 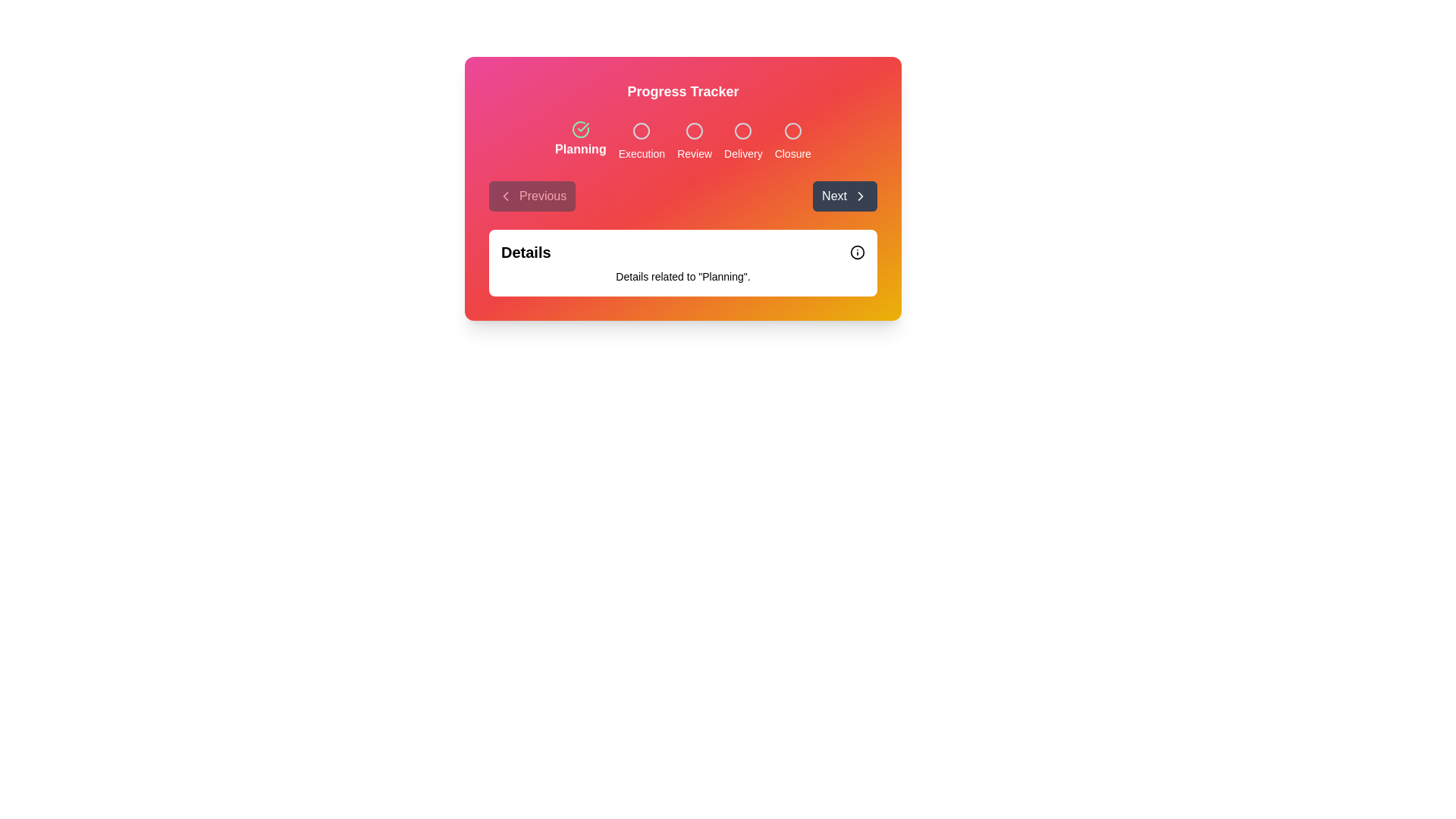 I want to click on the 'Next' button which contains the right-chevron icon at its rightmost position, so click(x=860, y=195).